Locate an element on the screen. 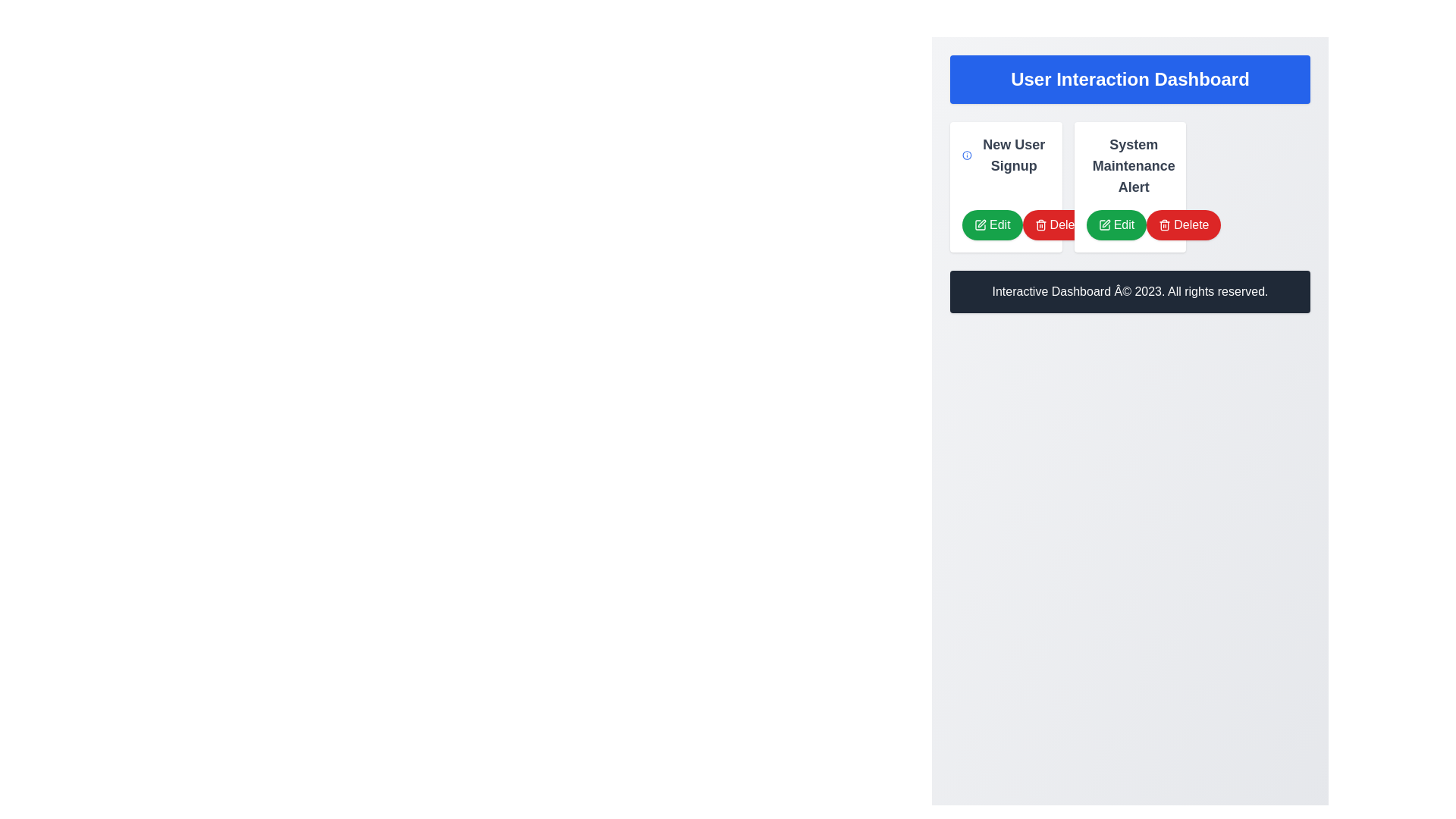 This screenshot has width=1456, height=819. the 'System Maintenance Alert' text label located within the second card of the dashboard, beneath the 'User Interaction Dashboard' header is located at coordinates (1134, 166).